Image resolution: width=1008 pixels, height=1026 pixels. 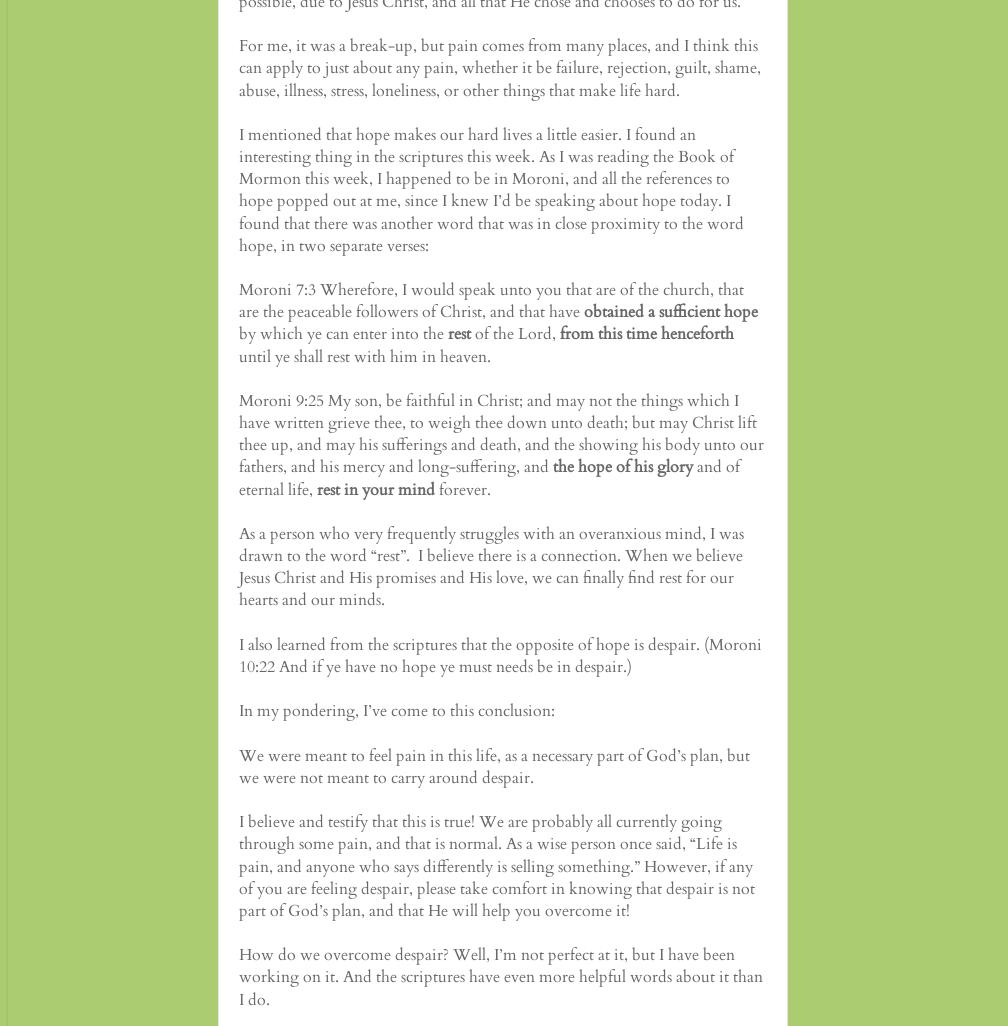 I want to click on 'We were meant to feel pain in this life, as a necessary part of God’s plan, but we were not meant to carry around despair.', so click(x=494, y=766).